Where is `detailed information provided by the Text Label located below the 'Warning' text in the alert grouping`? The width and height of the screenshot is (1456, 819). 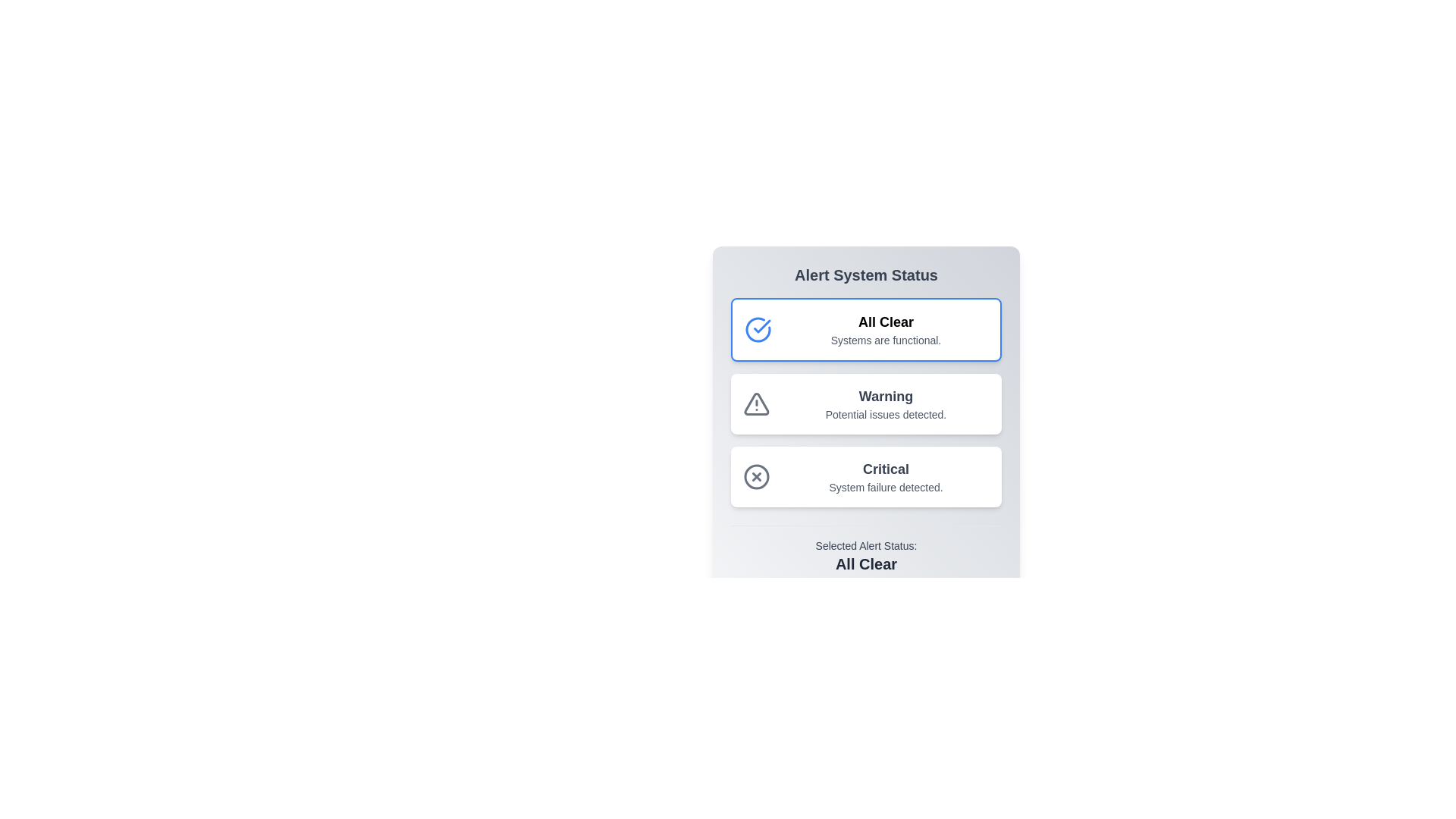 detailed information provided by the Text Label located below the 'Warning' text in the alert grouping is located at coordinates (886, 415).